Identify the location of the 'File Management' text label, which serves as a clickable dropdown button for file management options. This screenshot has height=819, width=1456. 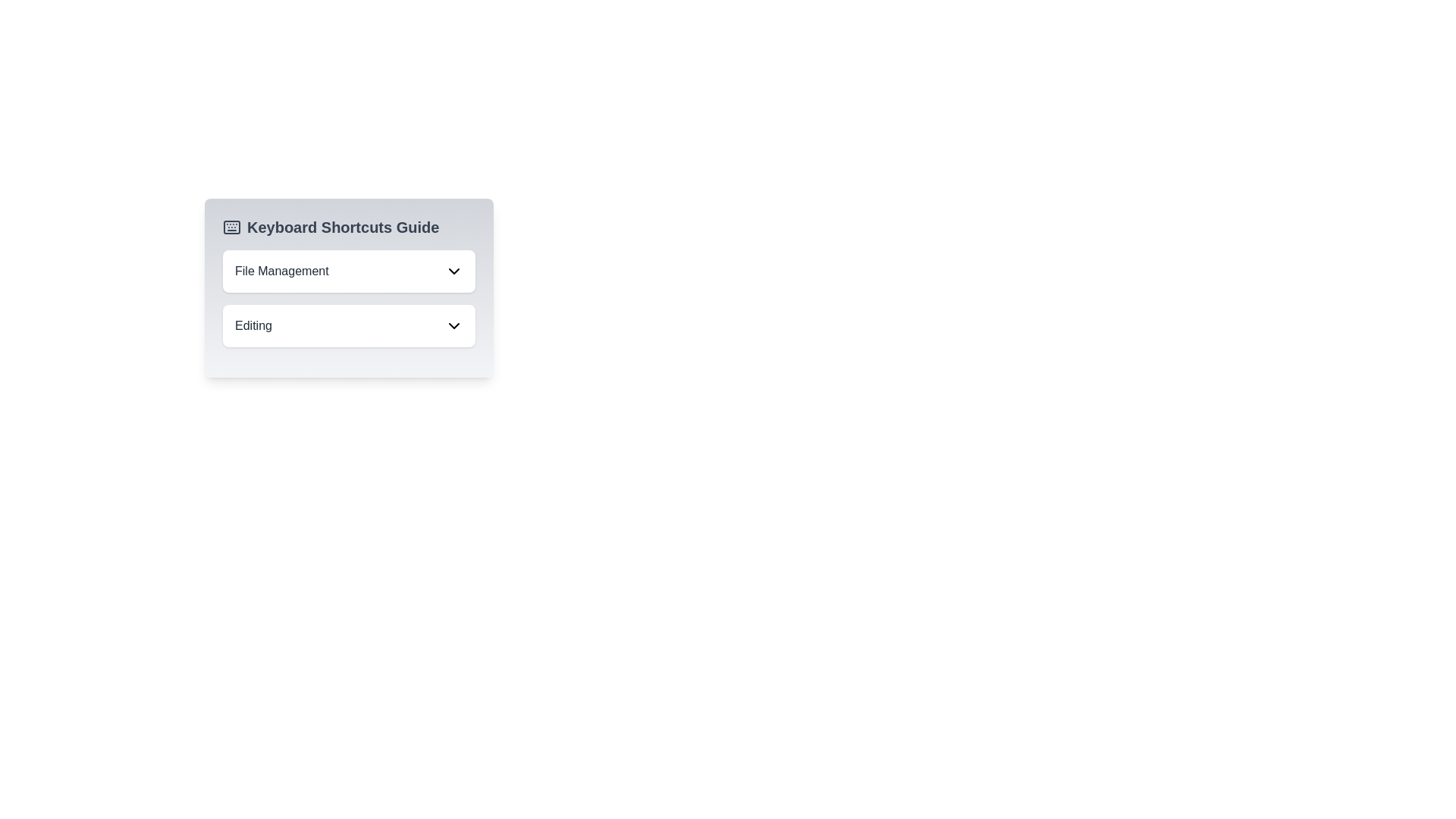
(281, 271).